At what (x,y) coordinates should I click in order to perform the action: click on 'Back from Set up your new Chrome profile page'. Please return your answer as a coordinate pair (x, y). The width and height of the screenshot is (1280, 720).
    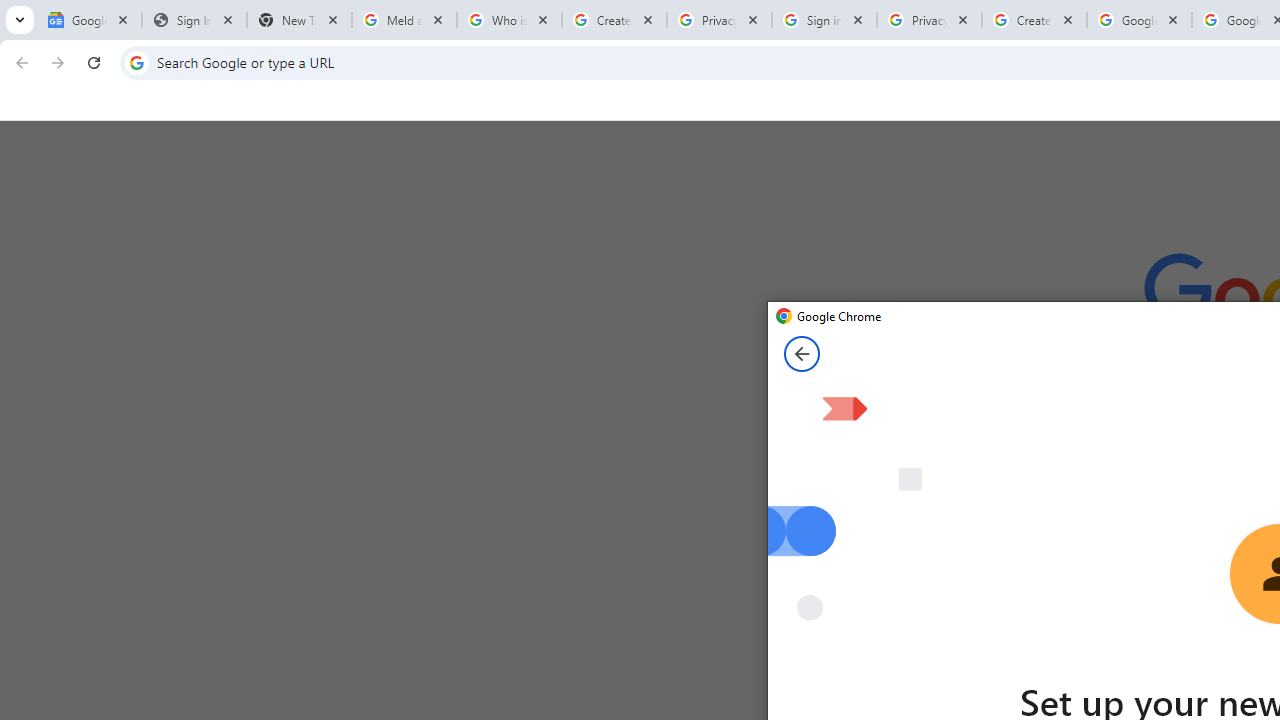
    Looking at the image, I should click on (801, 353).